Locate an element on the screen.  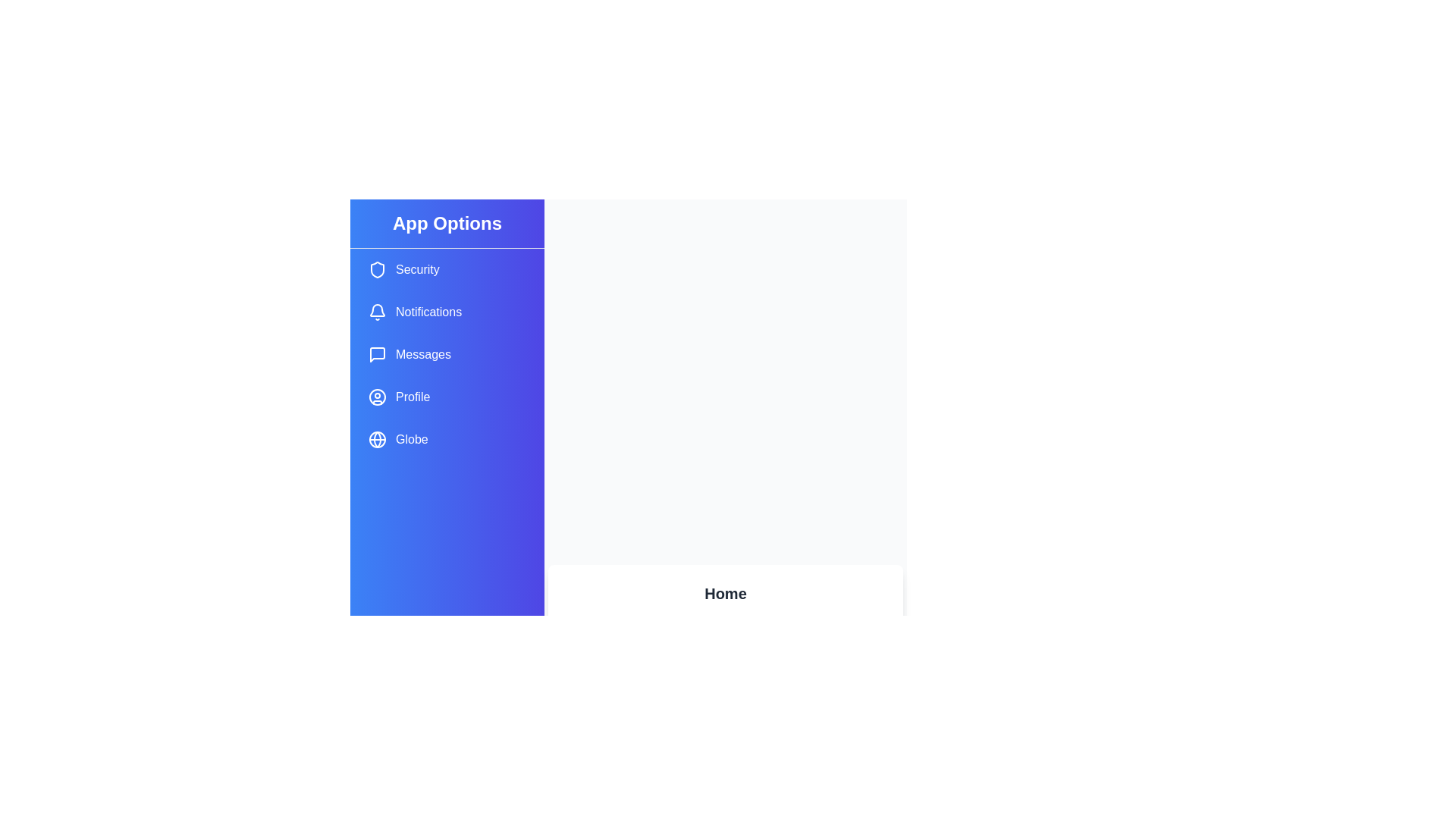
the sidebar item labeled Notifications to see the visual change is located at coordinates (447, 312).